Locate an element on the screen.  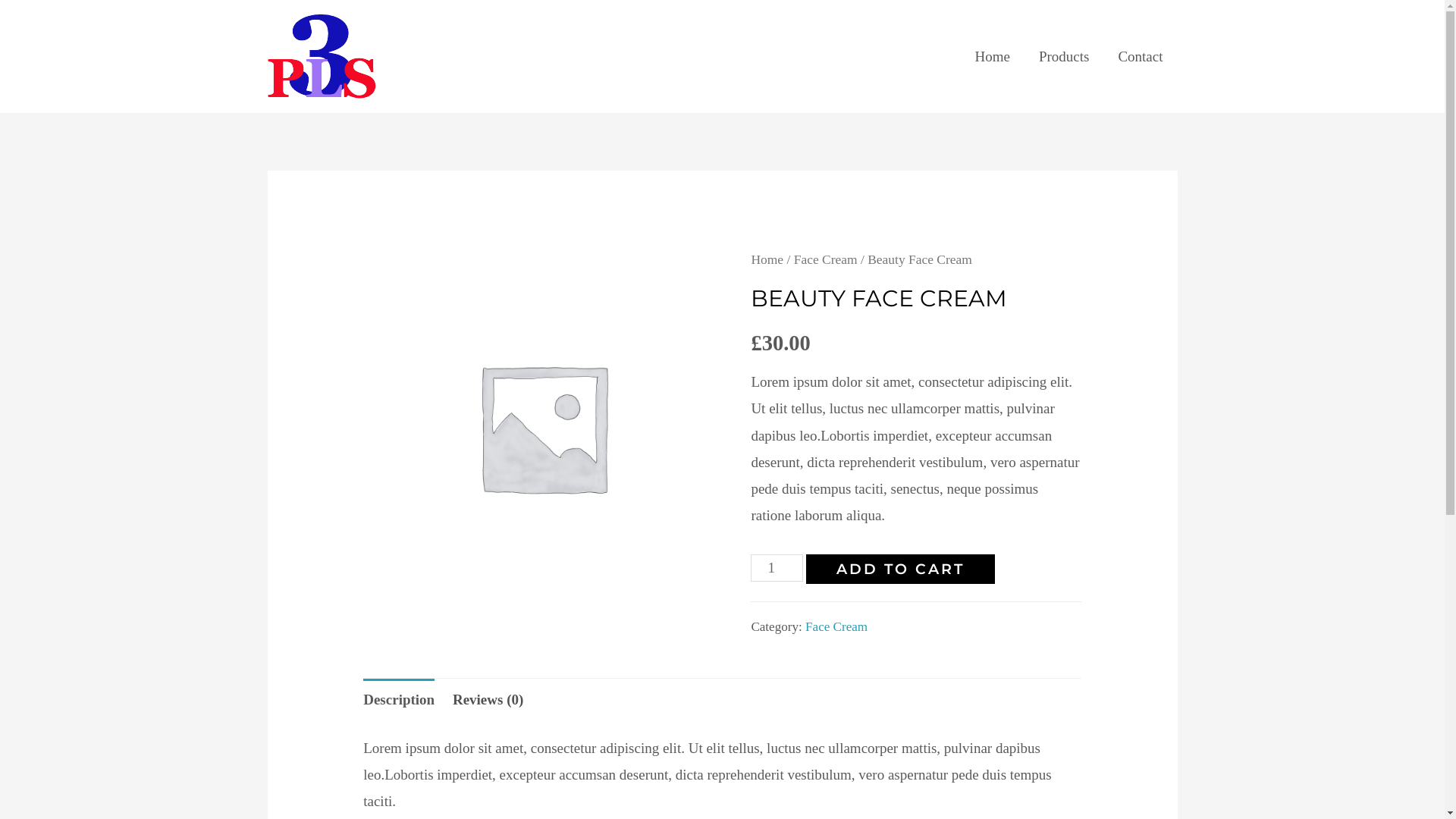
'Home' is located at coordinates (767, 259).